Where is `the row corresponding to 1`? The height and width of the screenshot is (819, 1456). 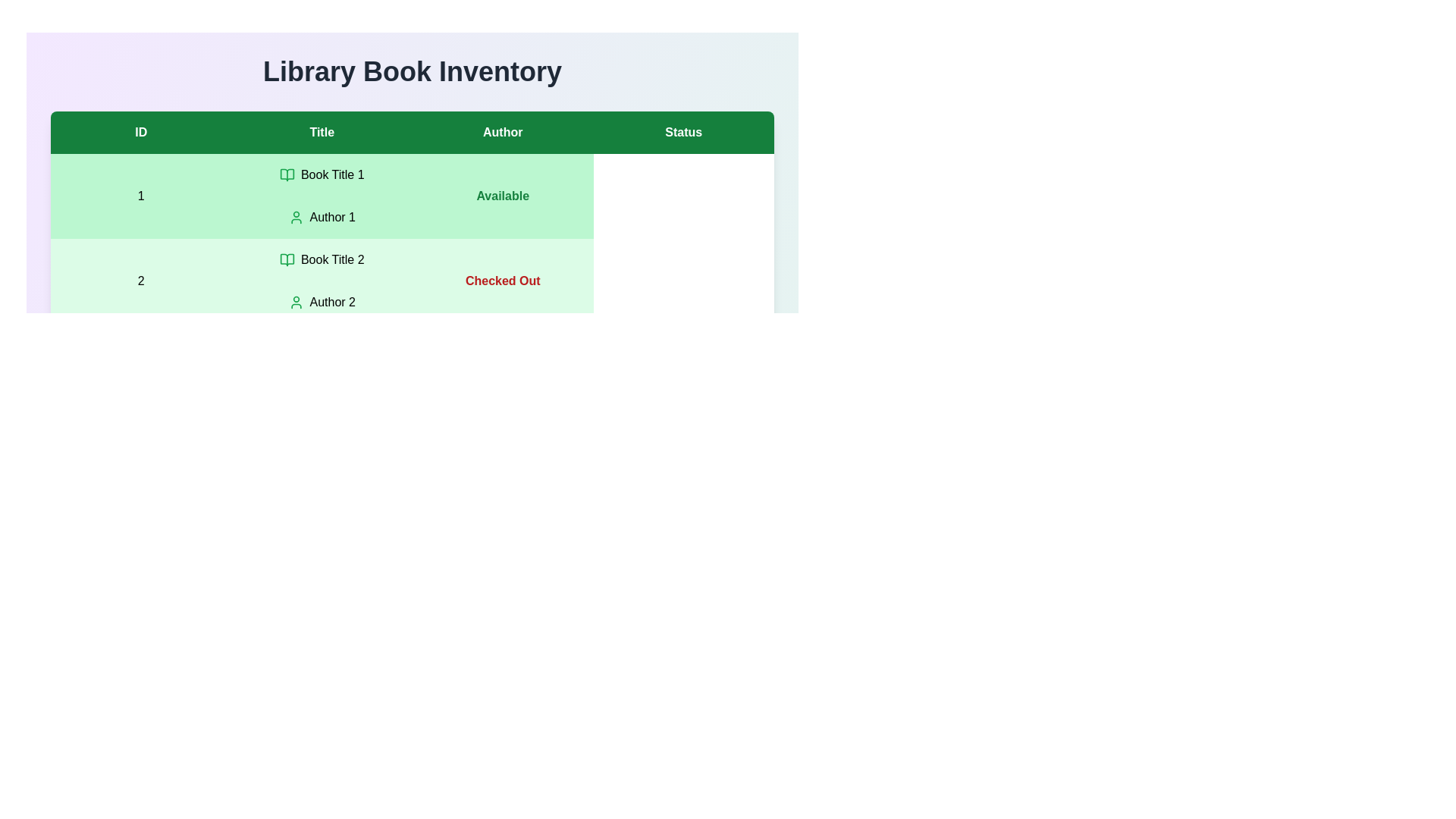
the row corresponding to 1 is located at coordinates (412, 195).